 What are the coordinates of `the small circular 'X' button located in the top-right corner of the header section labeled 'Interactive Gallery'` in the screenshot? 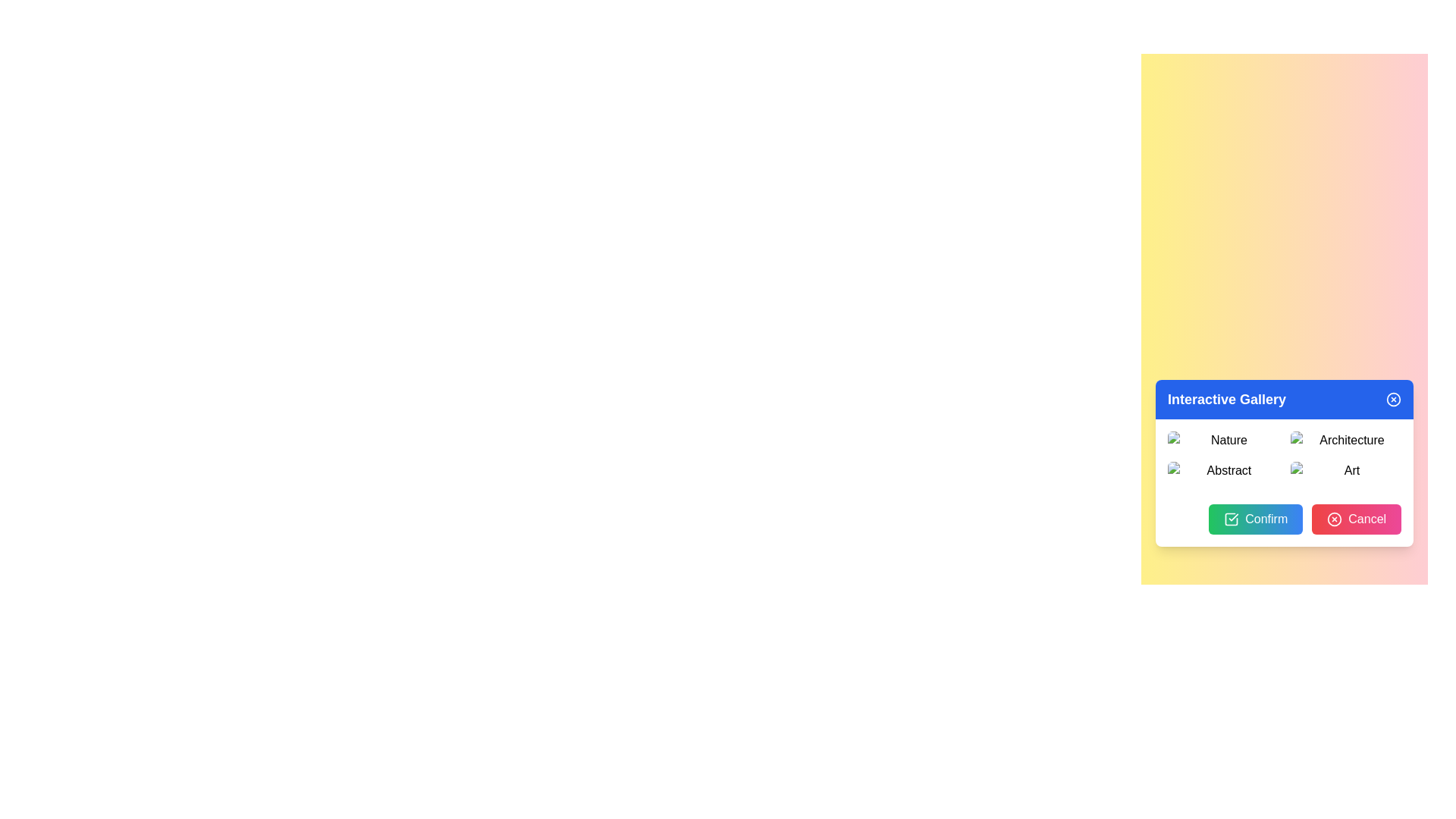 It's located at (1394, 399).